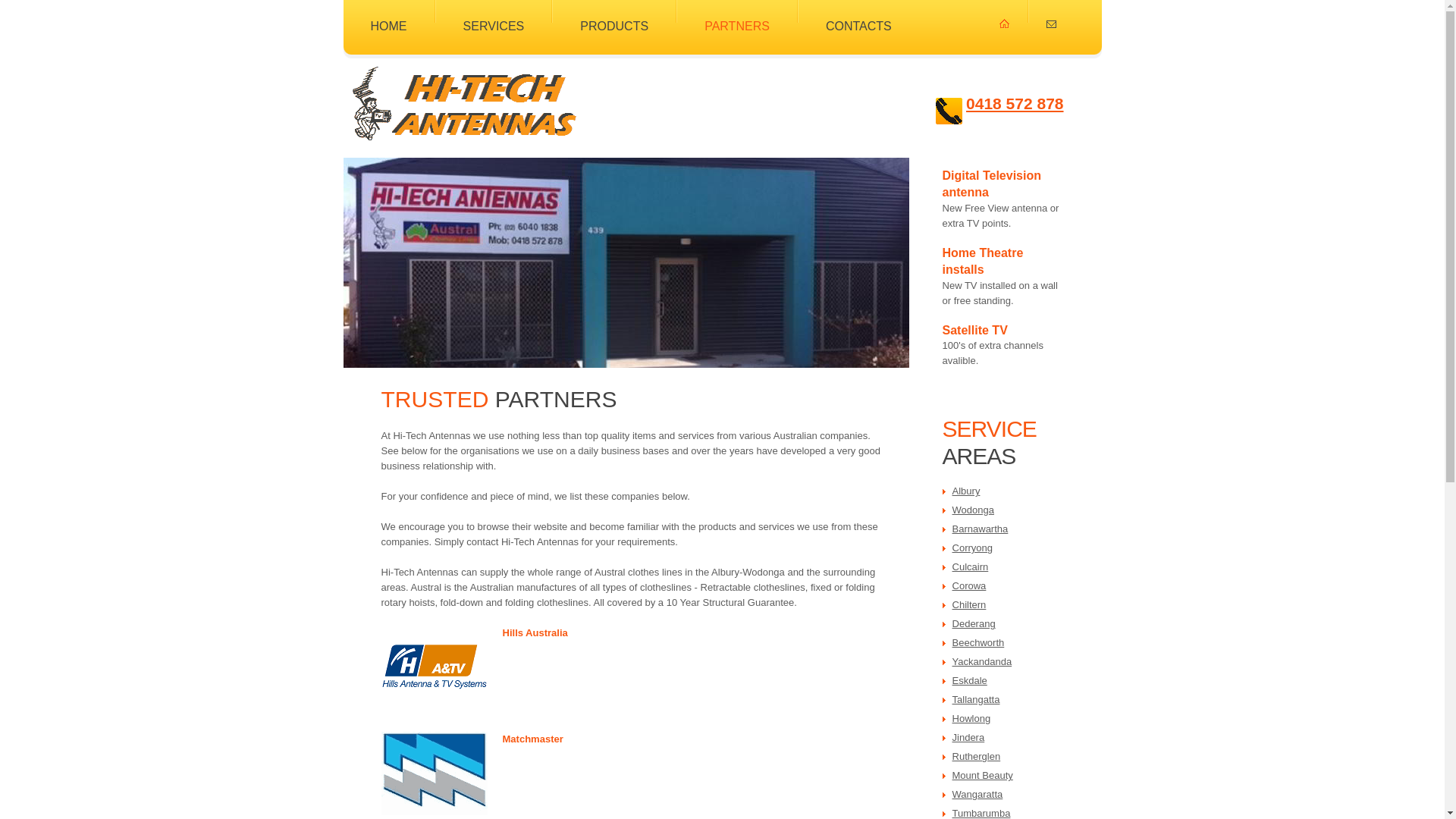  I want to click on 'Wodonga', so click(973, 510).